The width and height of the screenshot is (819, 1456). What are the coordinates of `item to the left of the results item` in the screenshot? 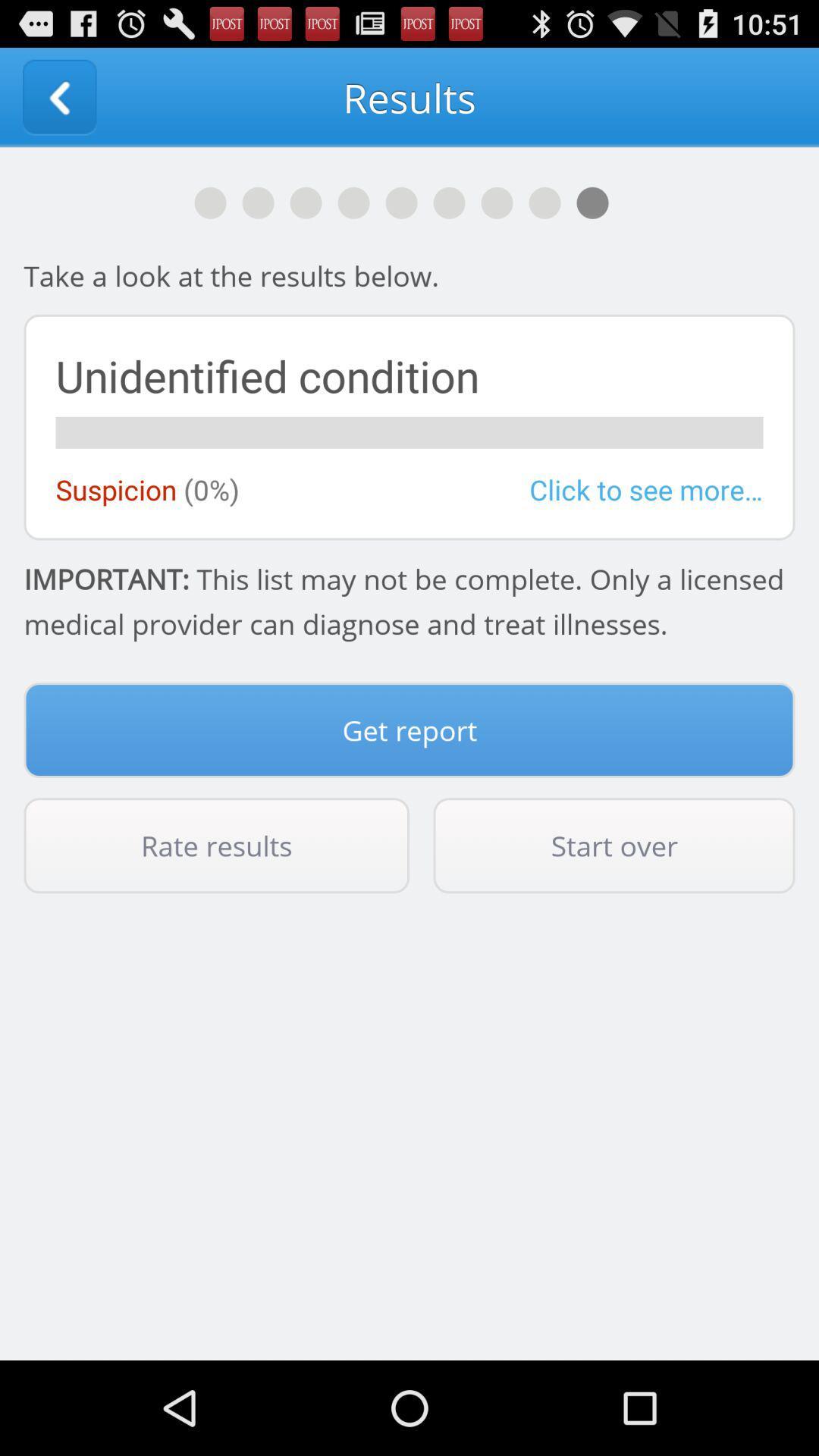 It's located at (58, 96).